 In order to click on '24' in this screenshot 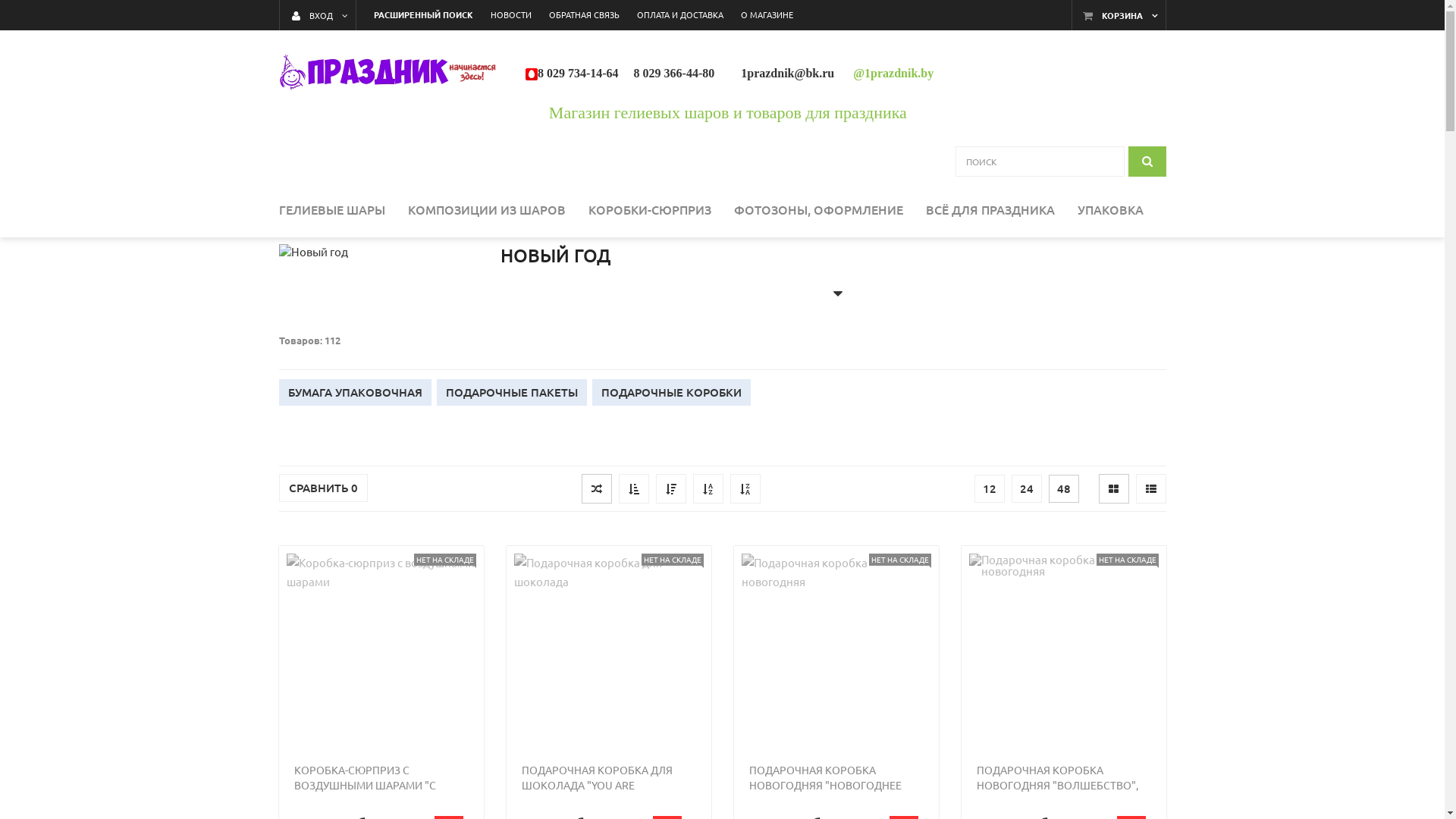, I will do `click(1026, 488)`.